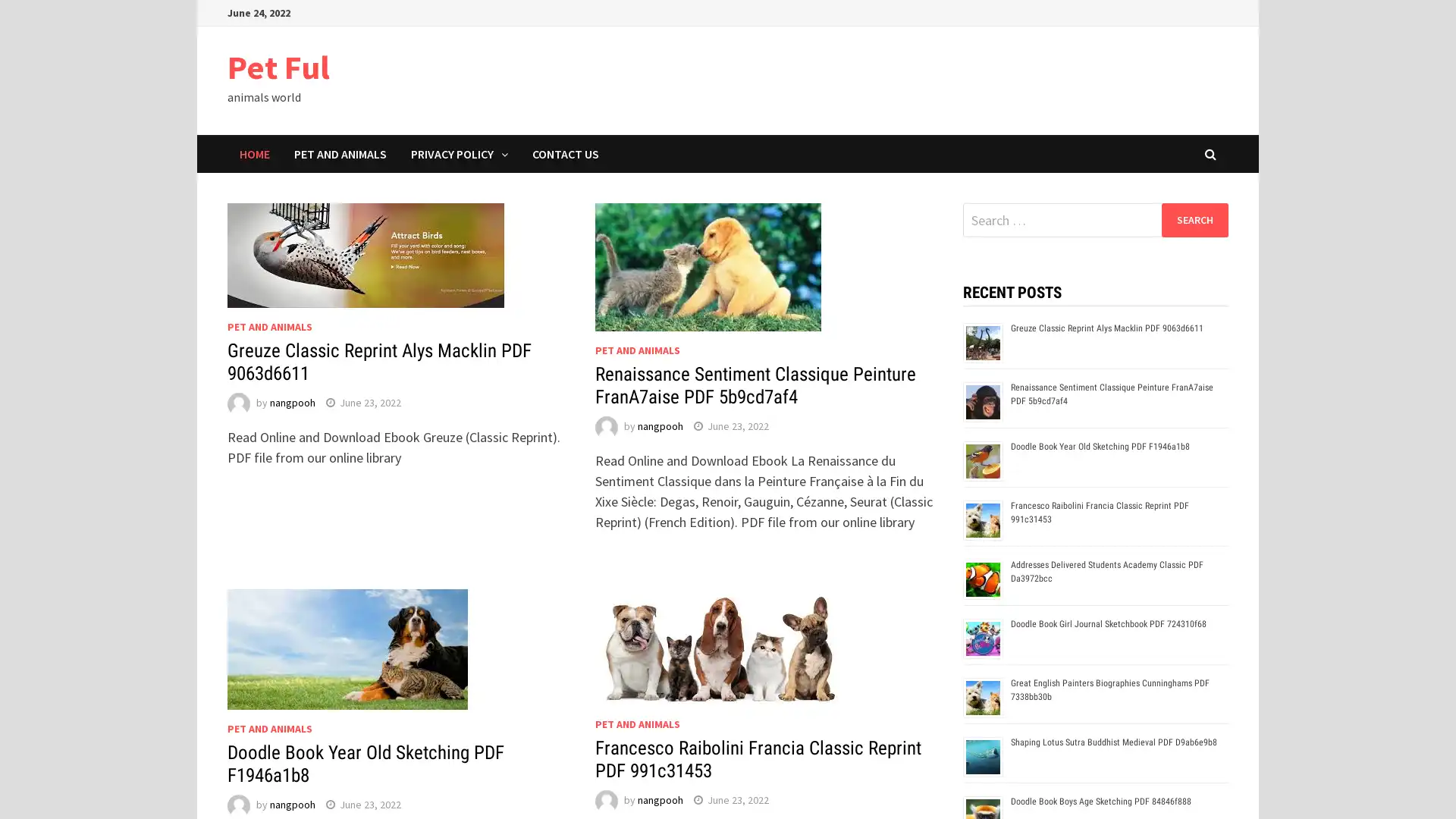  I want to click on Search, so click(1194, 219).